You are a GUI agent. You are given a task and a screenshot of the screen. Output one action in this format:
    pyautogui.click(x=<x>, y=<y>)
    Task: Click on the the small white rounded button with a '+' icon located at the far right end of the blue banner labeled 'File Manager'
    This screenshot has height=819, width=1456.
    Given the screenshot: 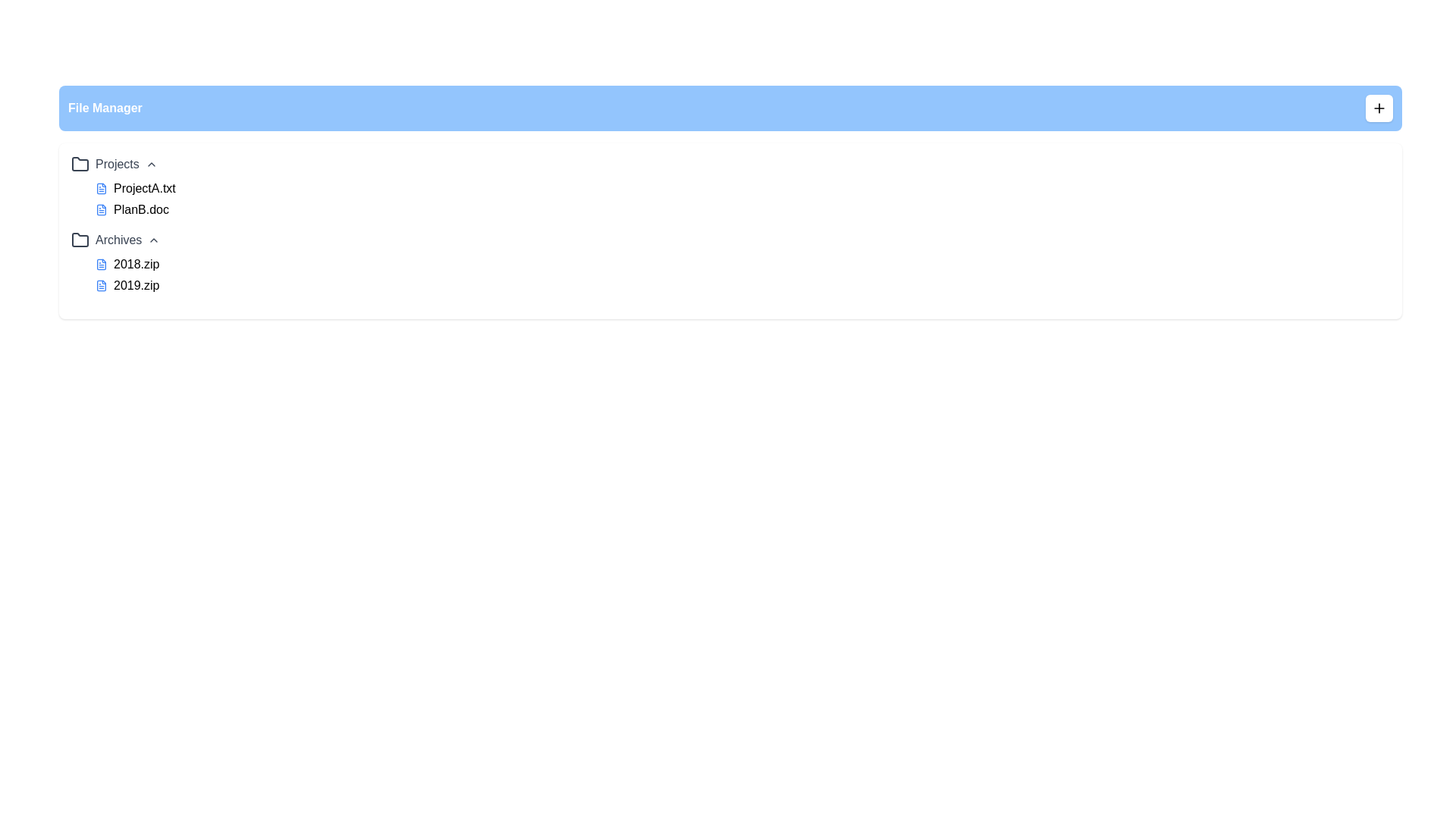 What is the action you would take?
    pyautogui.click(x=1379, y=107)
    